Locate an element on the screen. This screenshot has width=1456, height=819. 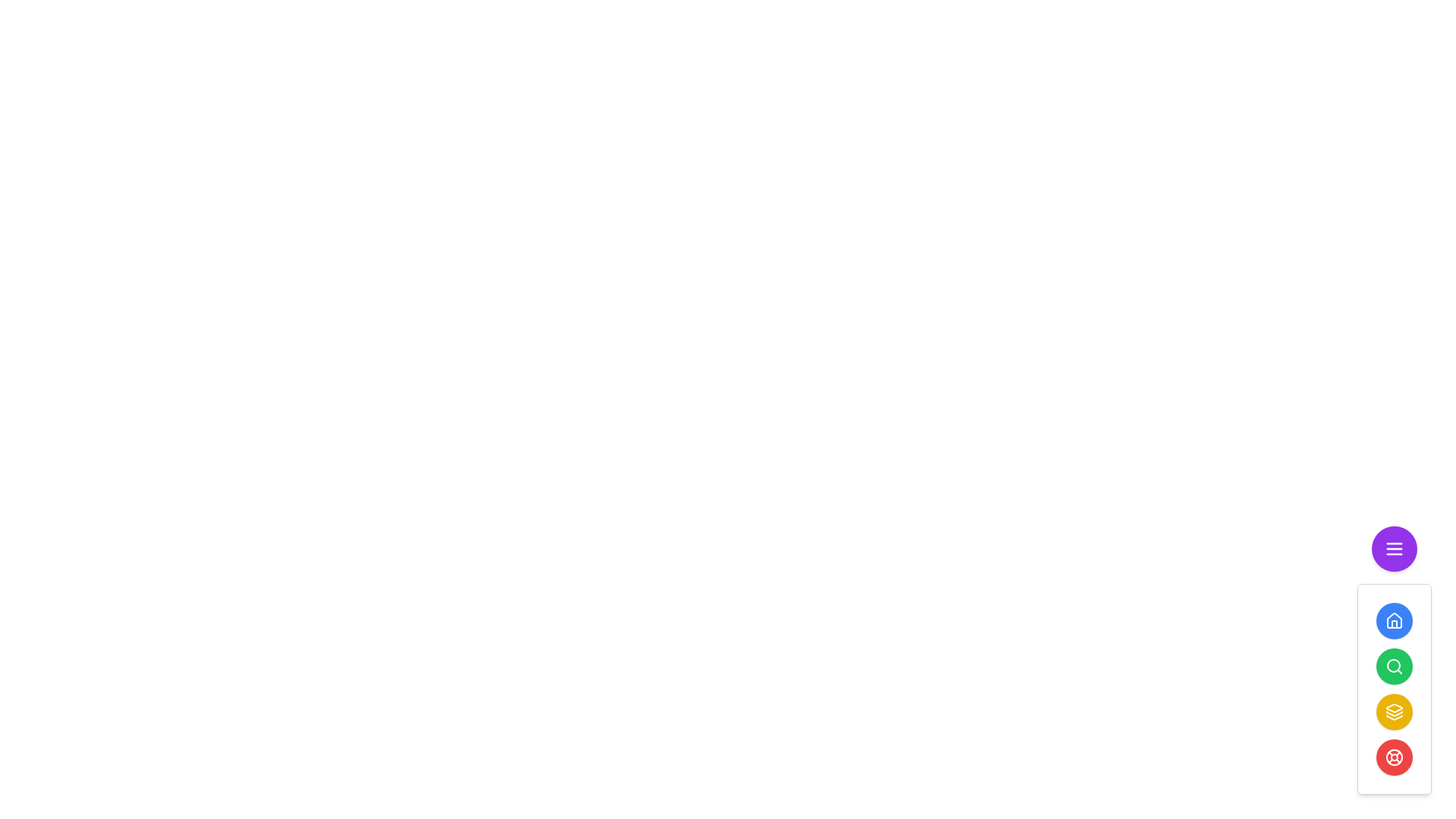
the red circular SVG graphic element within the life buoy design, located at the bottom-right corner of the interface is located at coordinates (1394, 758).